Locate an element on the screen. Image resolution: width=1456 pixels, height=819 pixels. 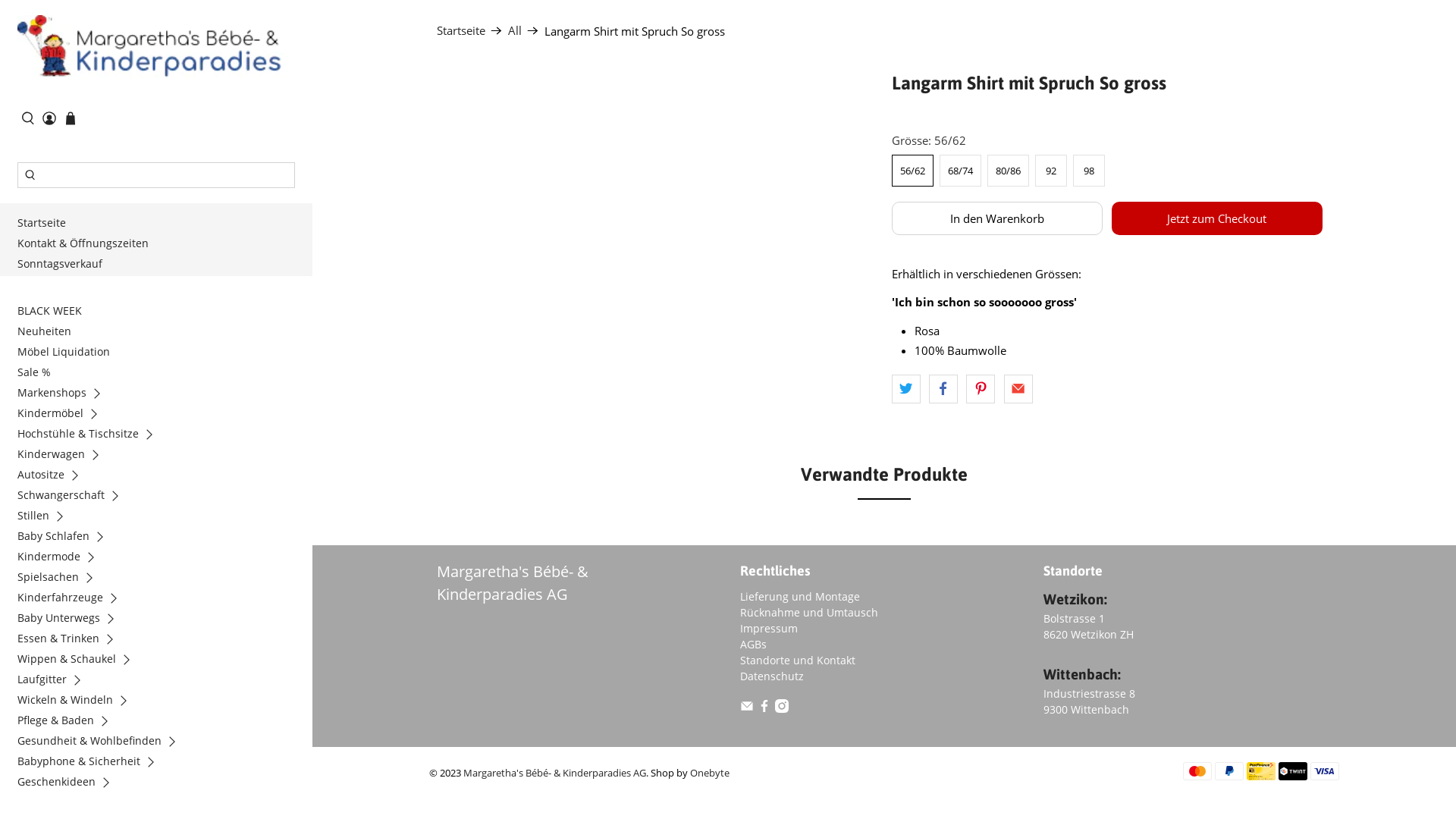
'Onebyte' is located at coordinates (709, 773).